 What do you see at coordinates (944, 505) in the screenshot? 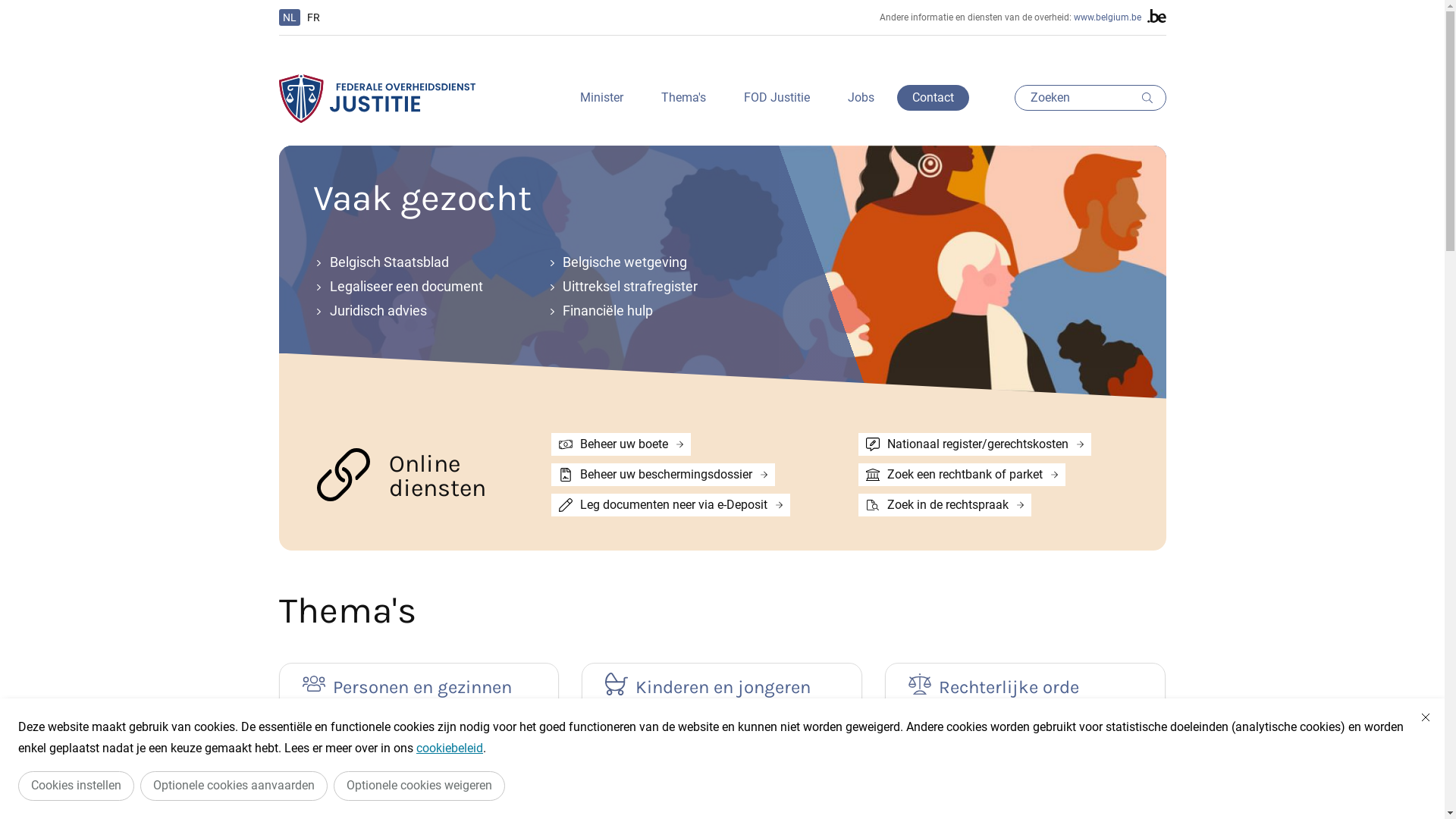
I see `'Zoek in de rechtspraak'` at bounding box center [944, 505].